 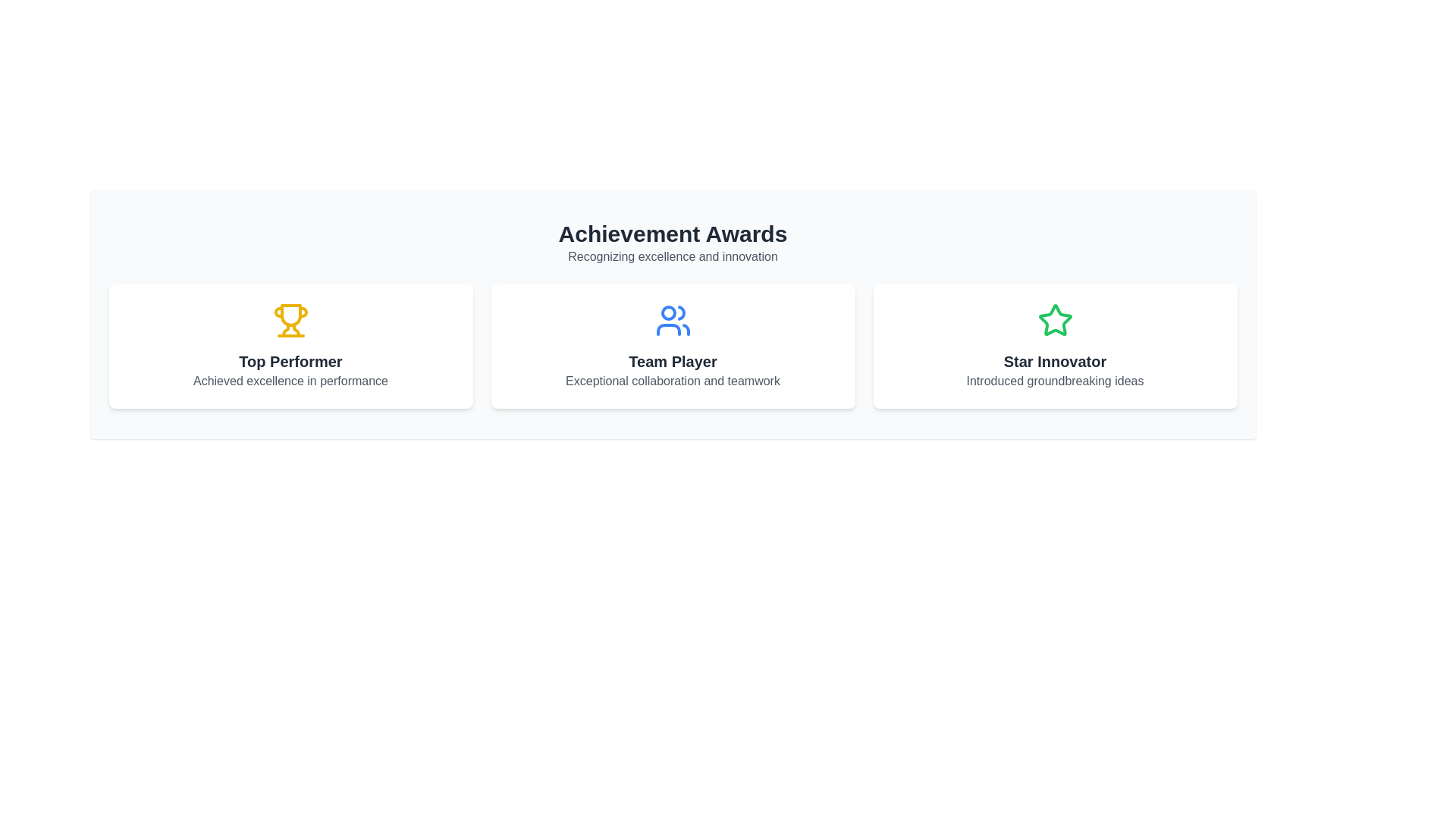 What do you see at coordinates (290, 320) in the screenshot?
I see `the achievement icon located above the 'Top Performer' text in the 'Top Performer' panel` at bounding box center [290, 320].